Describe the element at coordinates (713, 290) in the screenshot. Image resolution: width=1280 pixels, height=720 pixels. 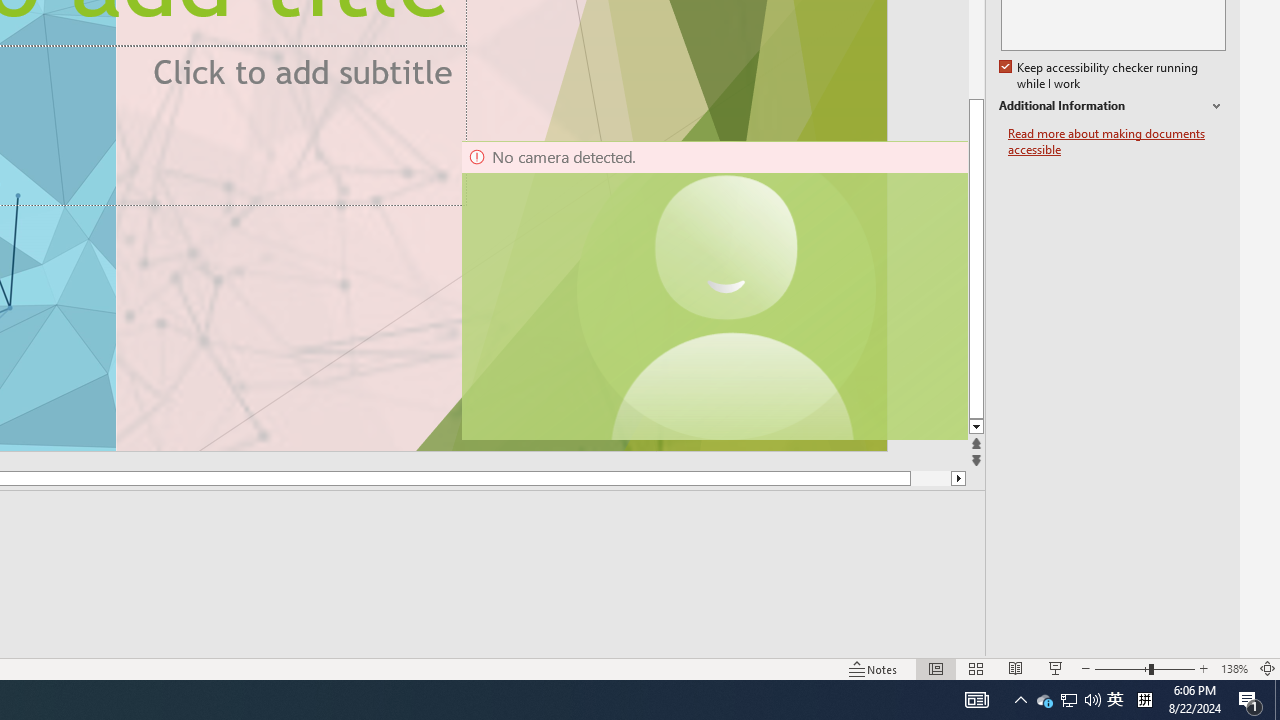
I see `'Camera 14, No camera detected.'` at that location.